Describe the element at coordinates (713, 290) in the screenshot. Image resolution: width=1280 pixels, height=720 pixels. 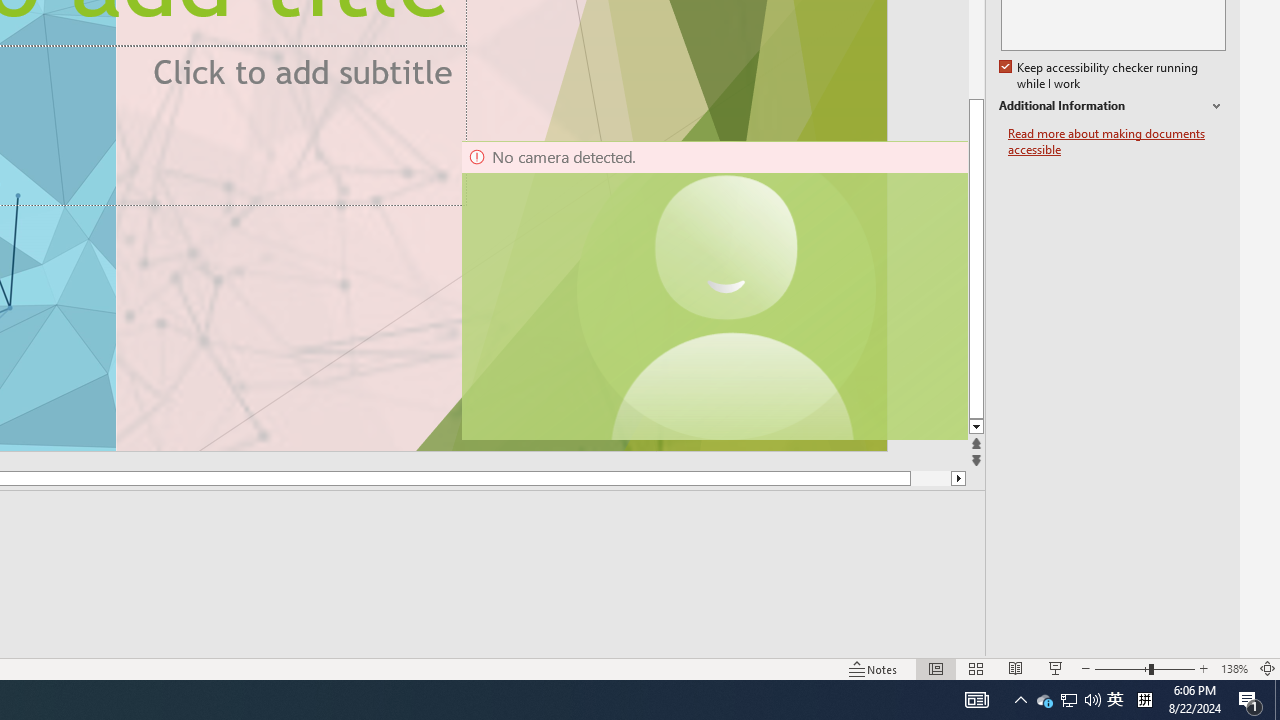
I see `'Camera 14, No camera detected.'` at that location.